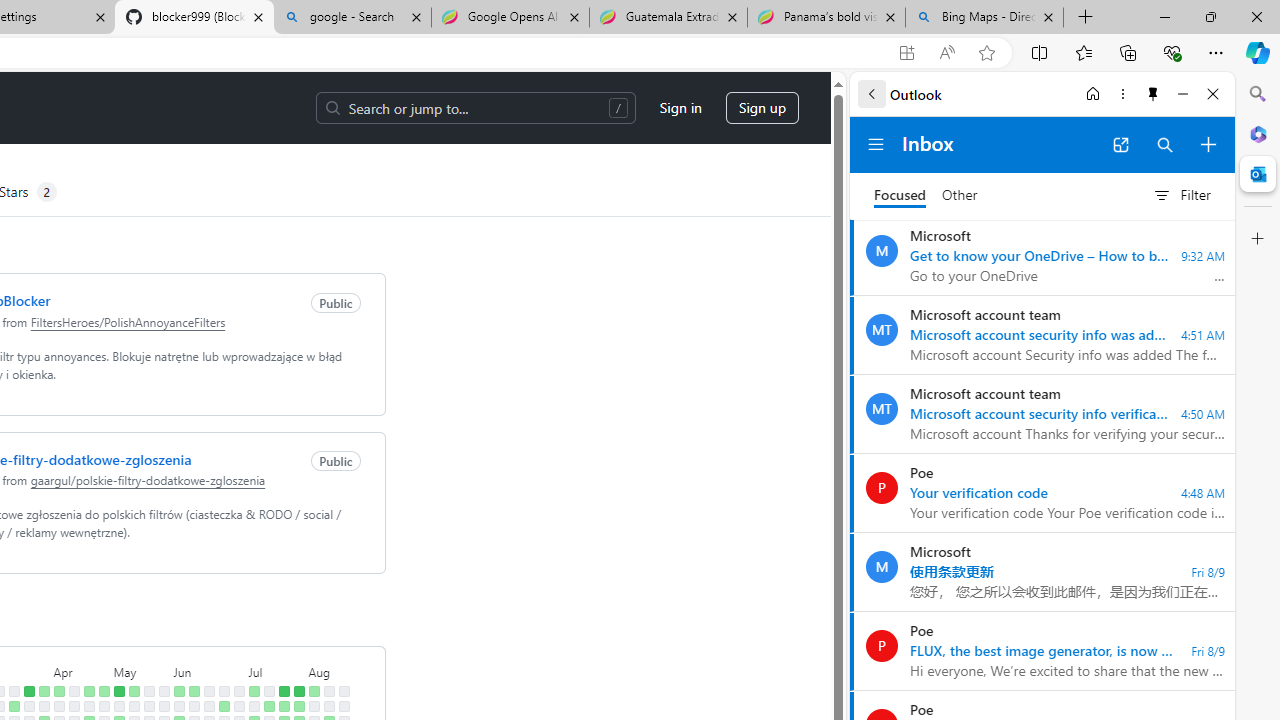 Image resolution: width=1280 pixels, height=720 pixels. What do you see at coordinates (871, 93) in the screenshot?
I see `'Back'` at bounding box center [871, 93].